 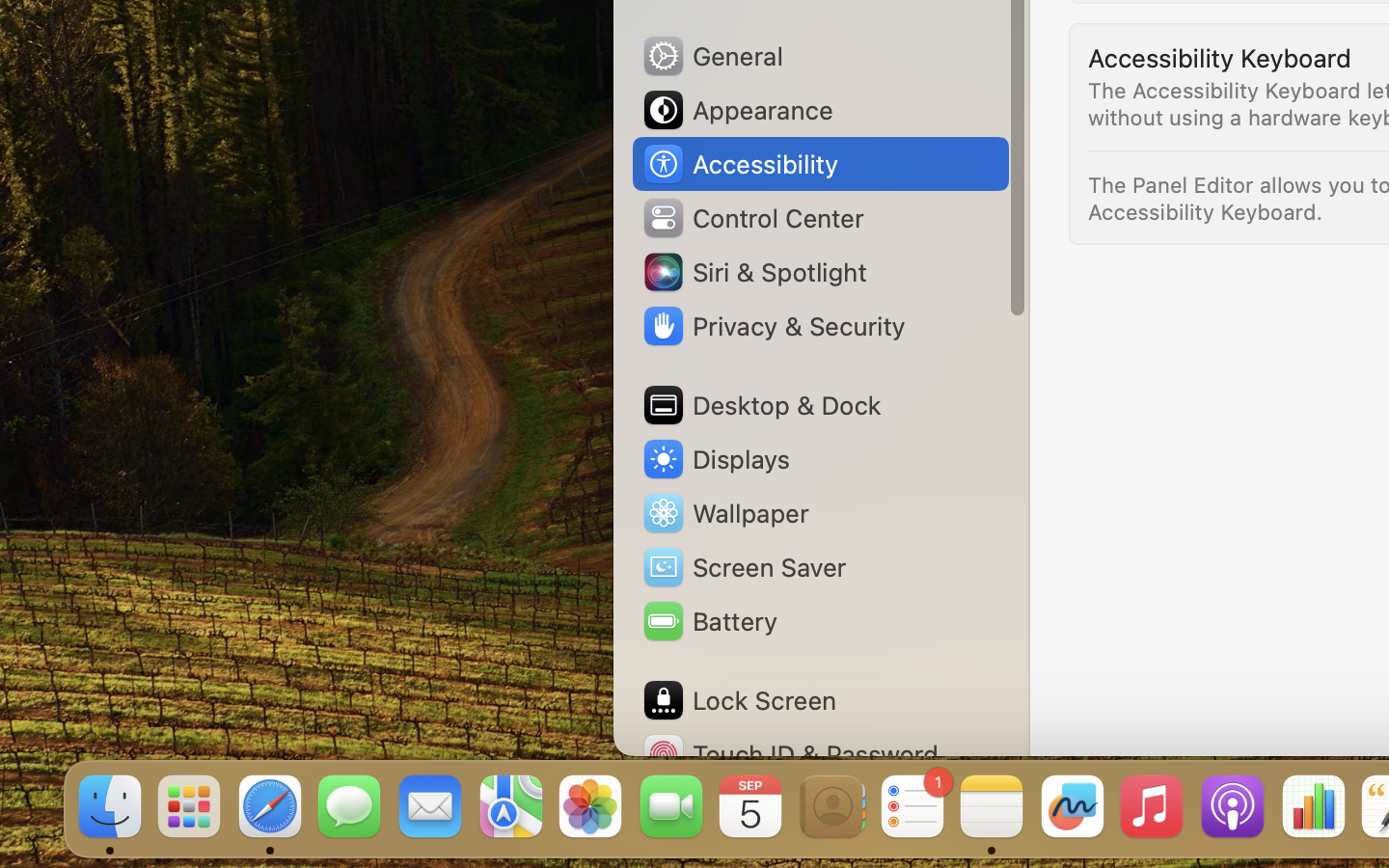 I want to click on 'General', so click(x=710, y=54).